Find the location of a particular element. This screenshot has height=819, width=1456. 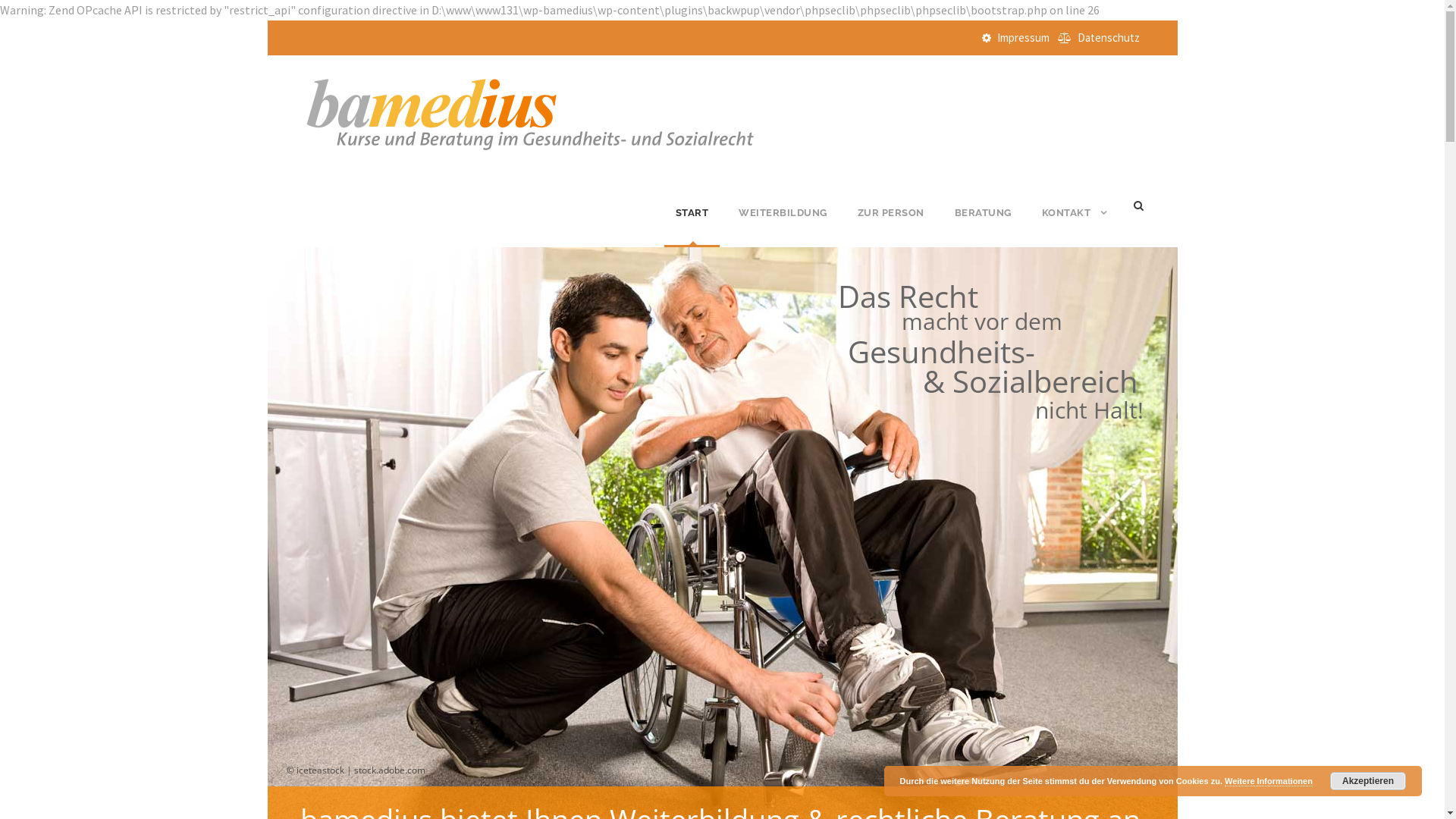

'ZUR PERSON' is located at coordinates (856, 225).